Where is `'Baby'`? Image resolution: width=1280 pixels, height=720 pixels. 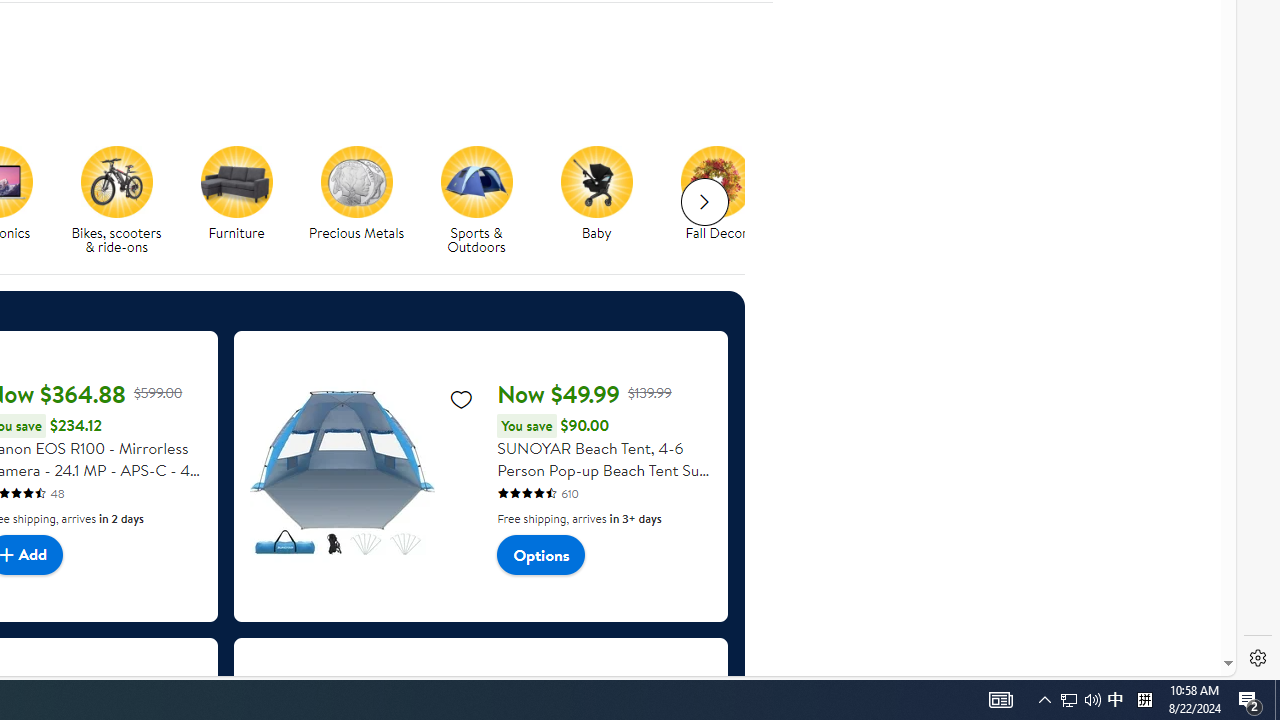 'Baby' is located at coordinates (596, 181).